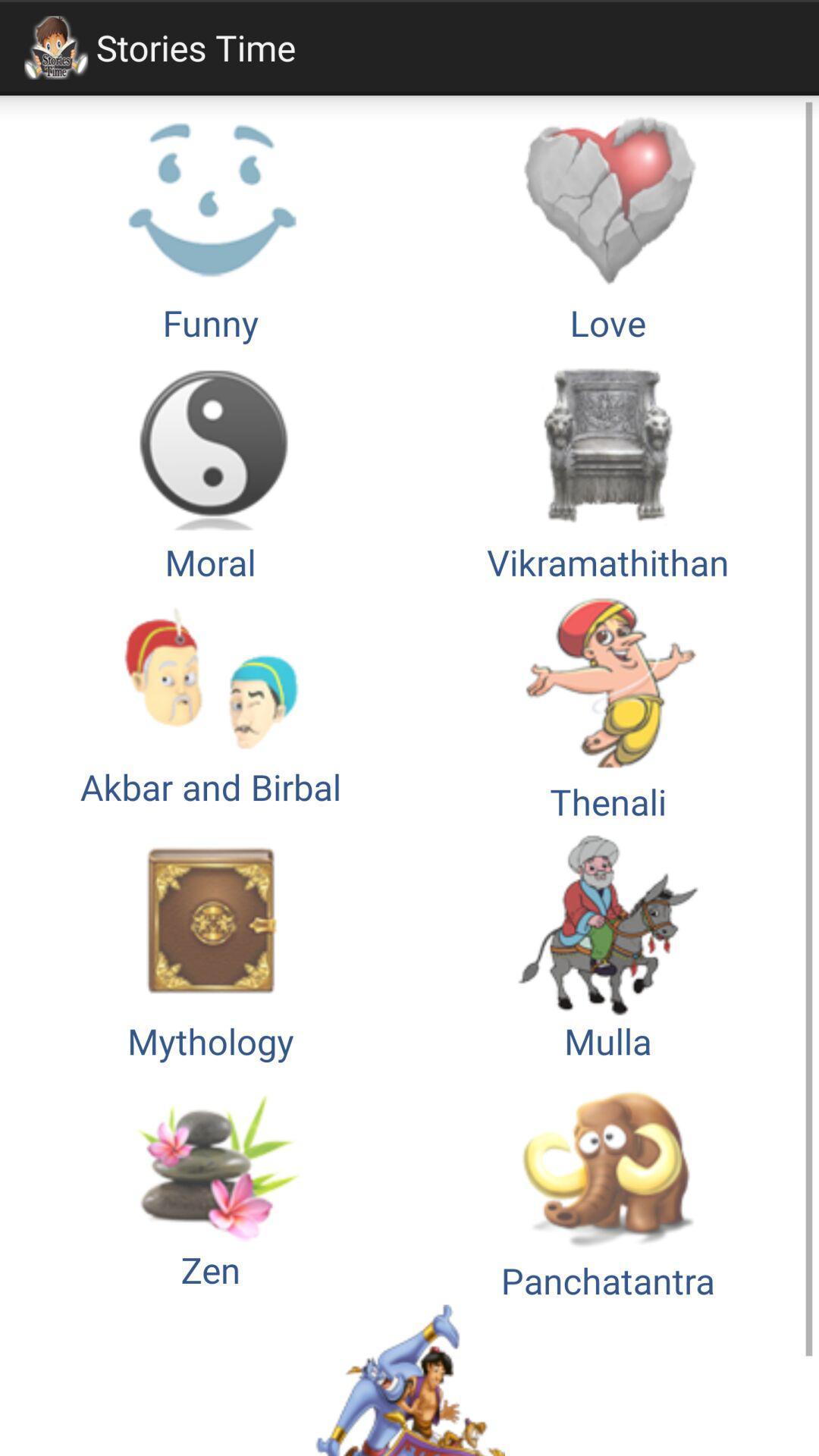  Describe the element at coordinates (210, 944) in the screenshot. I see `the button below thenali button` at that location.